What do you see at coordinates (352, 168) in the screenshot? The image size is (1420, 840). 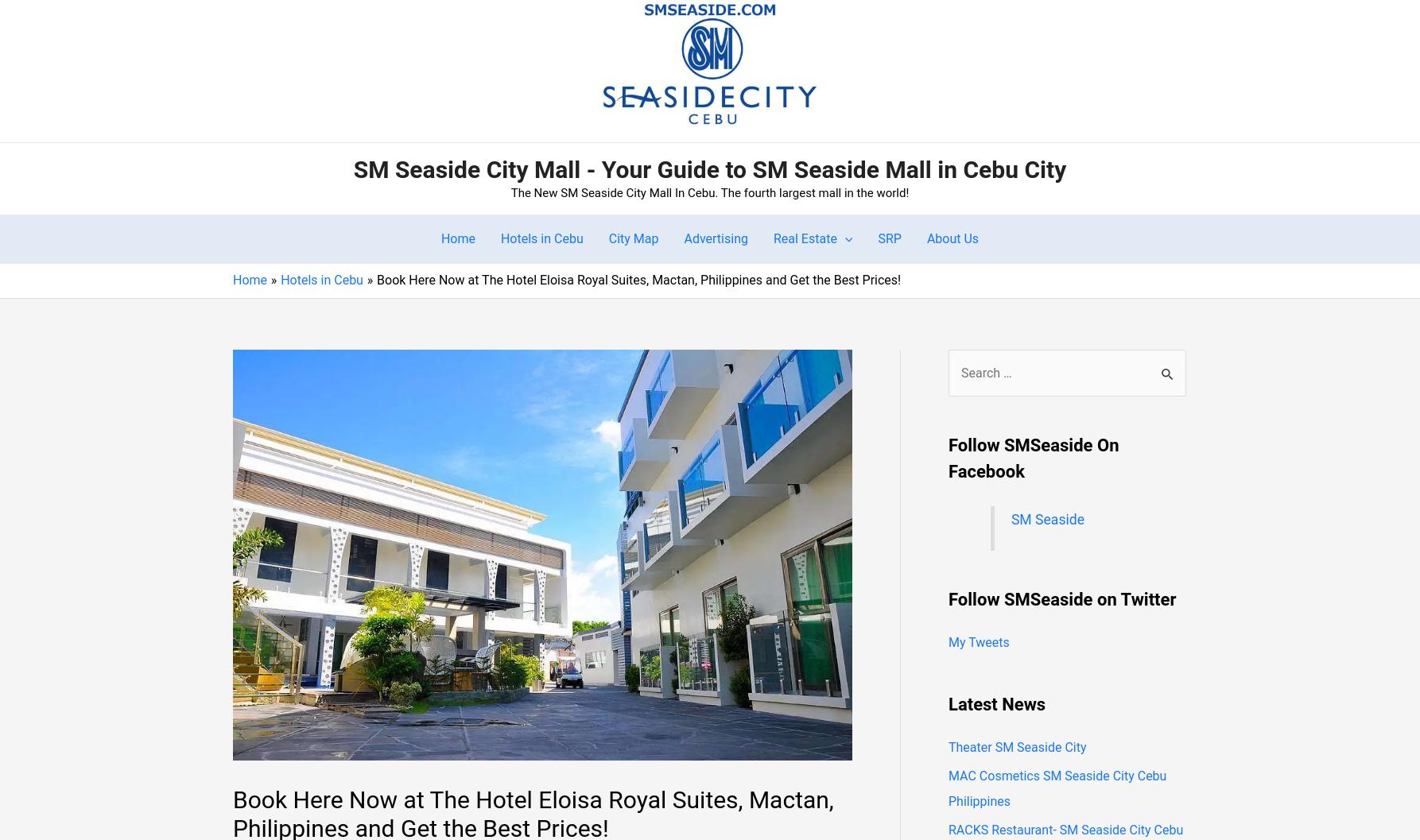 I see `'SM Seaside City Mall - Your Guide to SM Seaside Mall in Cebu City'` at bounding box center [352, 168].